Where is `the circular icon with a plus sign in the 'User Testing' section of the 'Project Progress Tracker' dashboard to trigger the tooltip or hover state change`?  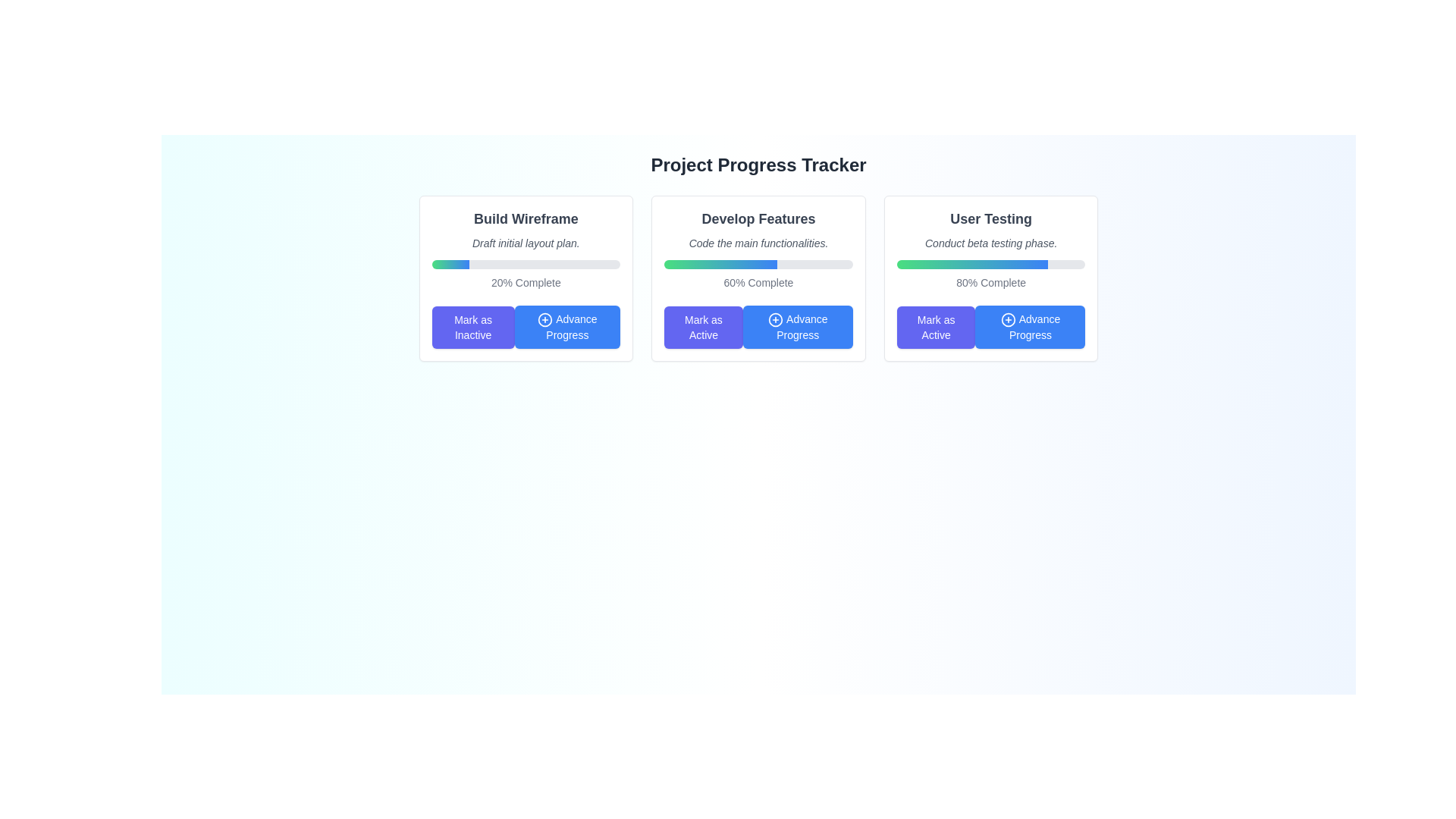
the circular icon with a plus sign in the 'User Testing' section of the 'Project Progress Tracker' dashboard to trigger the tooltip or hover state change is located at coordinates (1008, 319).